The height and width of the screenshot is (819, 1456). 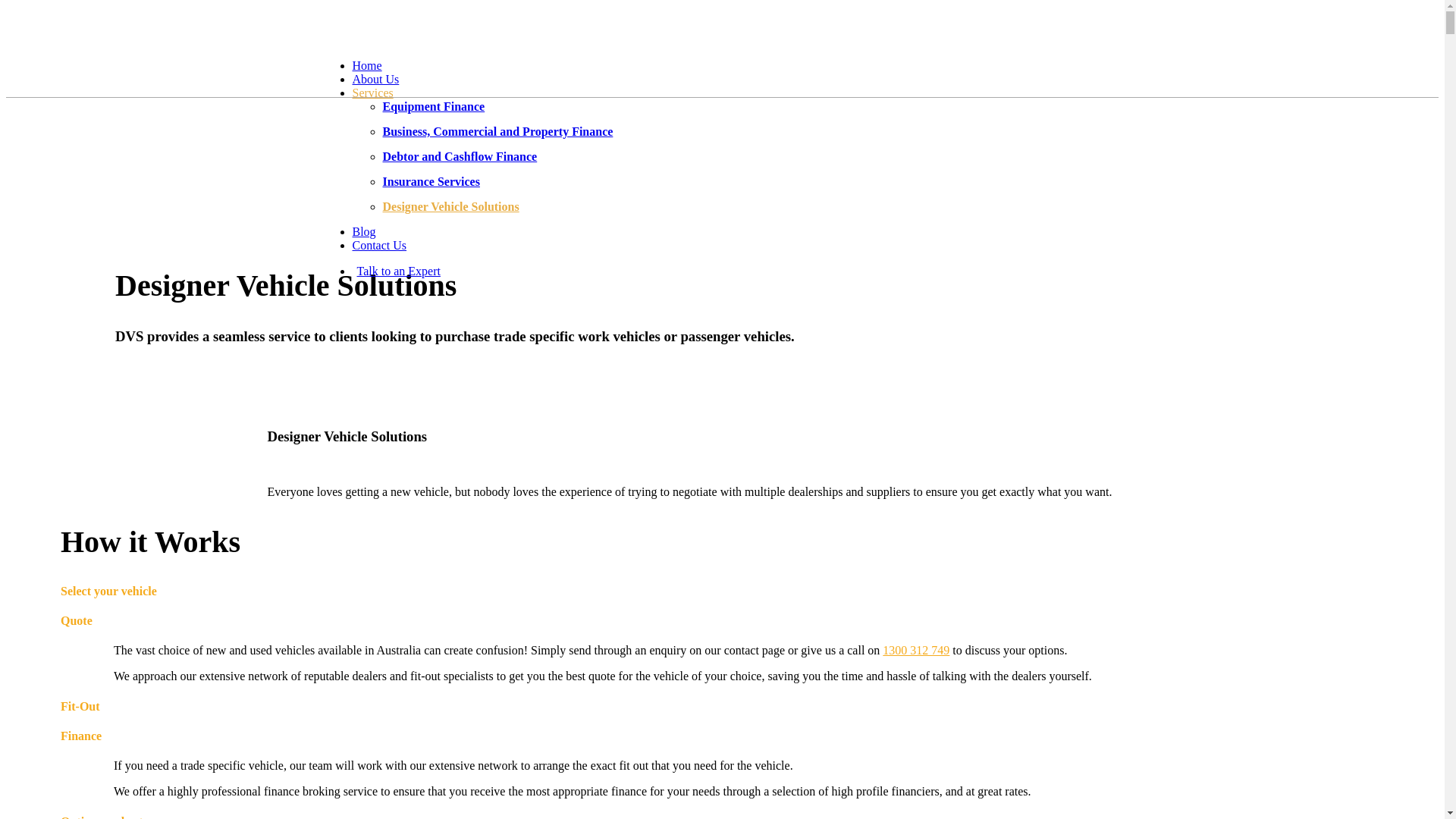 I want to click on 'Equipment Finance', so click(x=432, y=105).